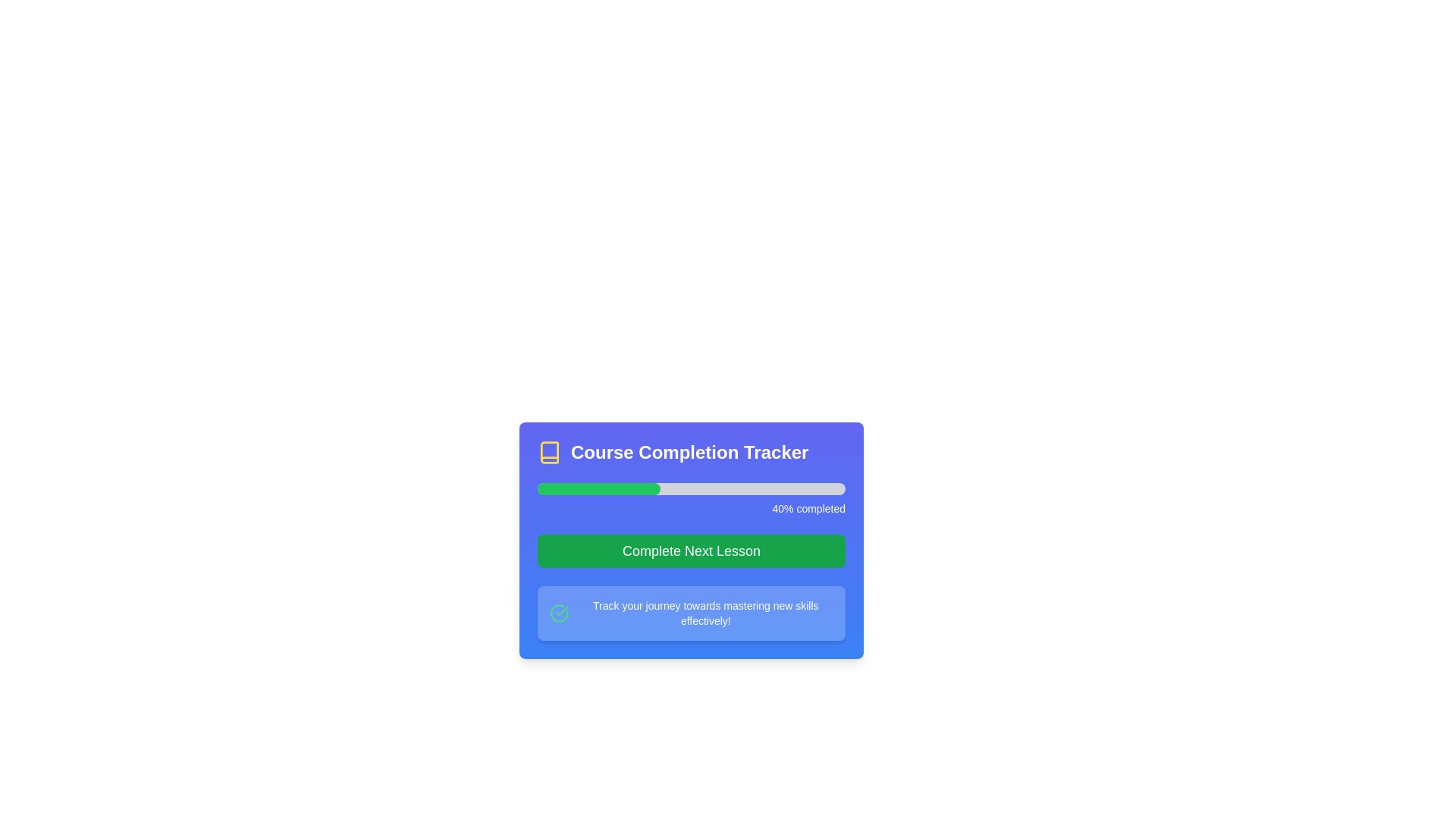 This screenshot has height=819, width=1456. Describe the element at coordinates (691, 540) in the screenshot. I see `the Progress Tracker Widget to examine details about course completion and actionable steps` at that location.